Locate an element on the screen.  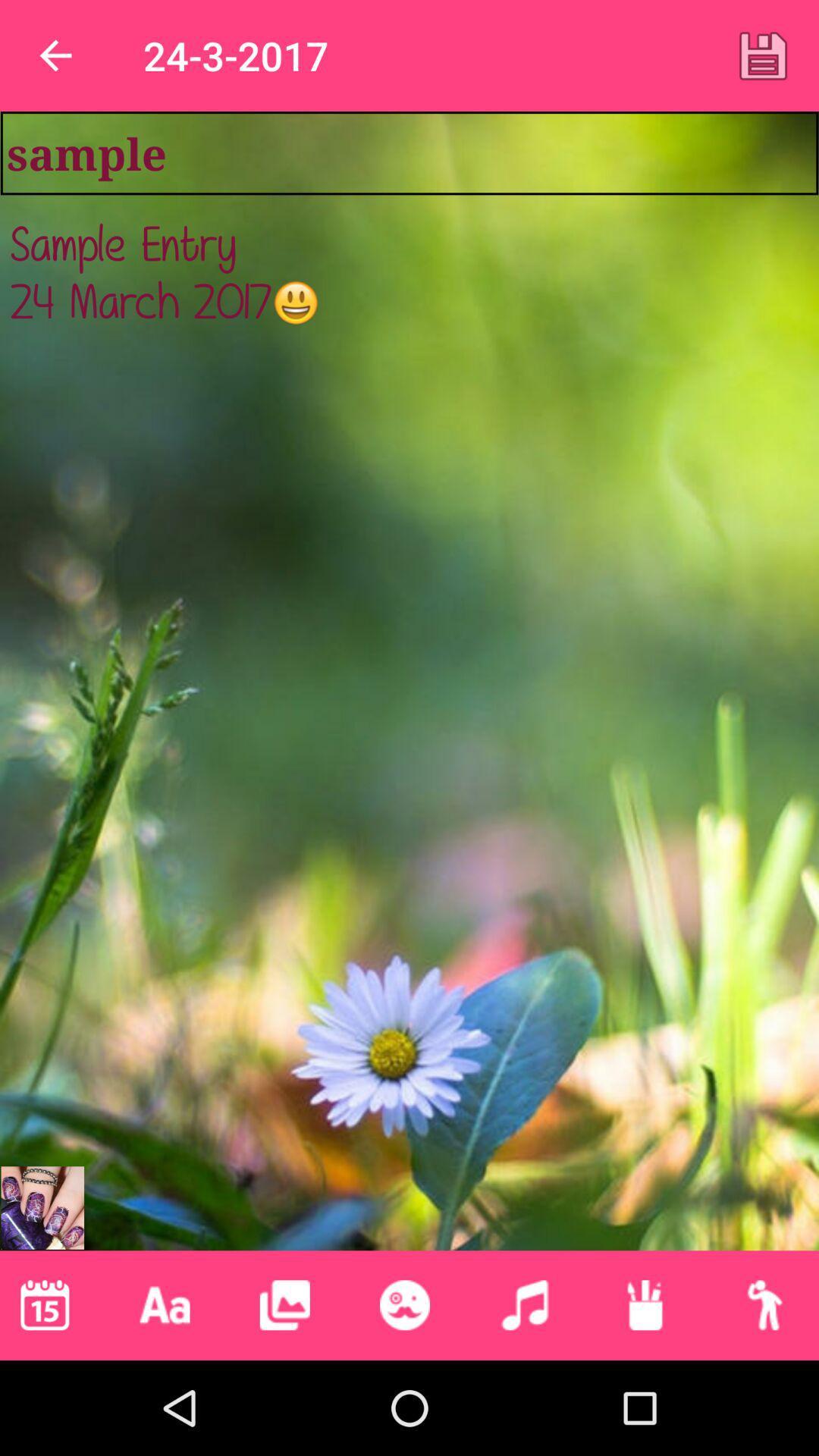
change font is located at coordinates (165, 1304).